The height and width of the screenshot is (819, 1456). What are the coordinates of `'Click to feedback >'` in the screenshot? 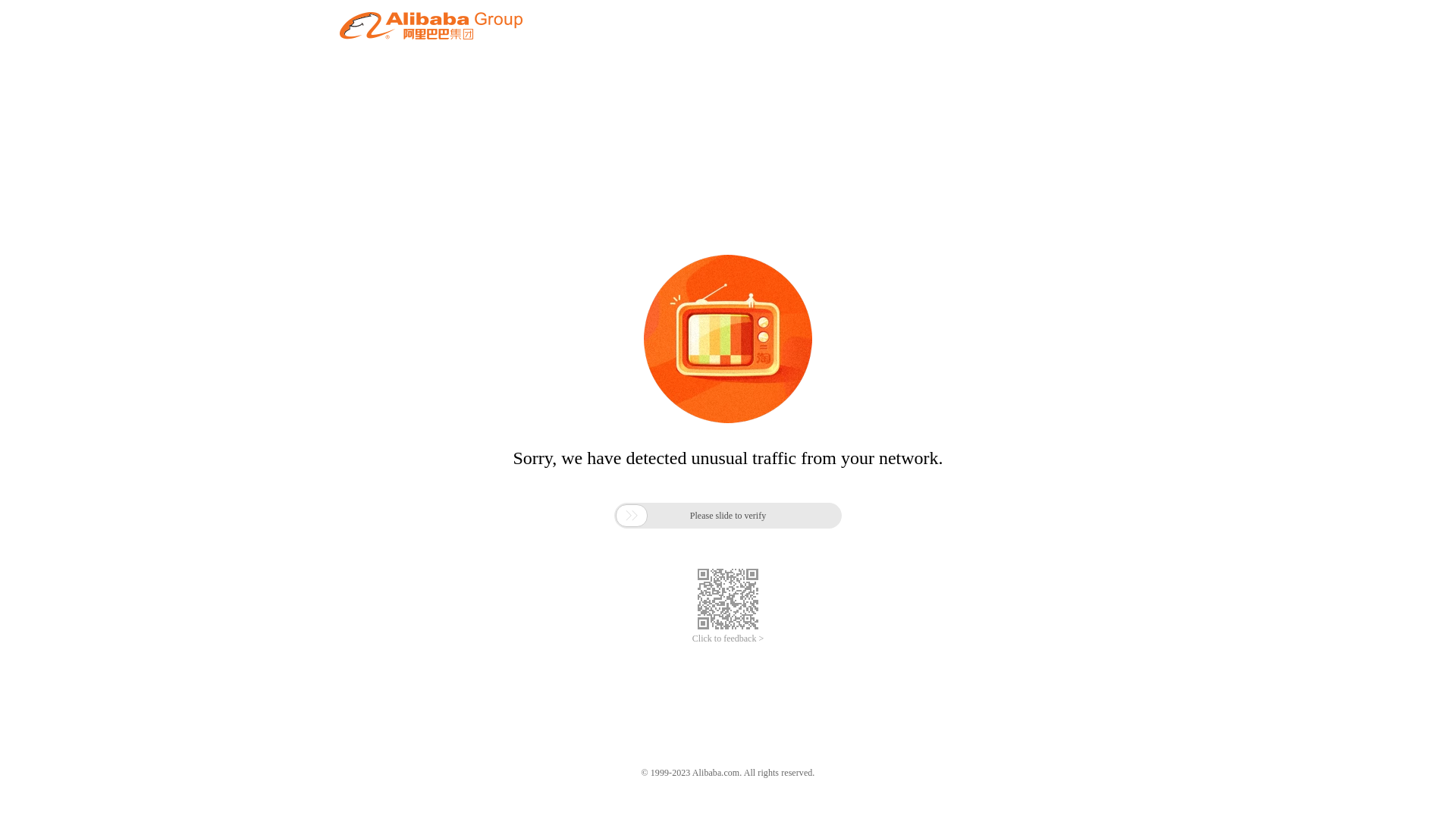 It's located at (728, 639).